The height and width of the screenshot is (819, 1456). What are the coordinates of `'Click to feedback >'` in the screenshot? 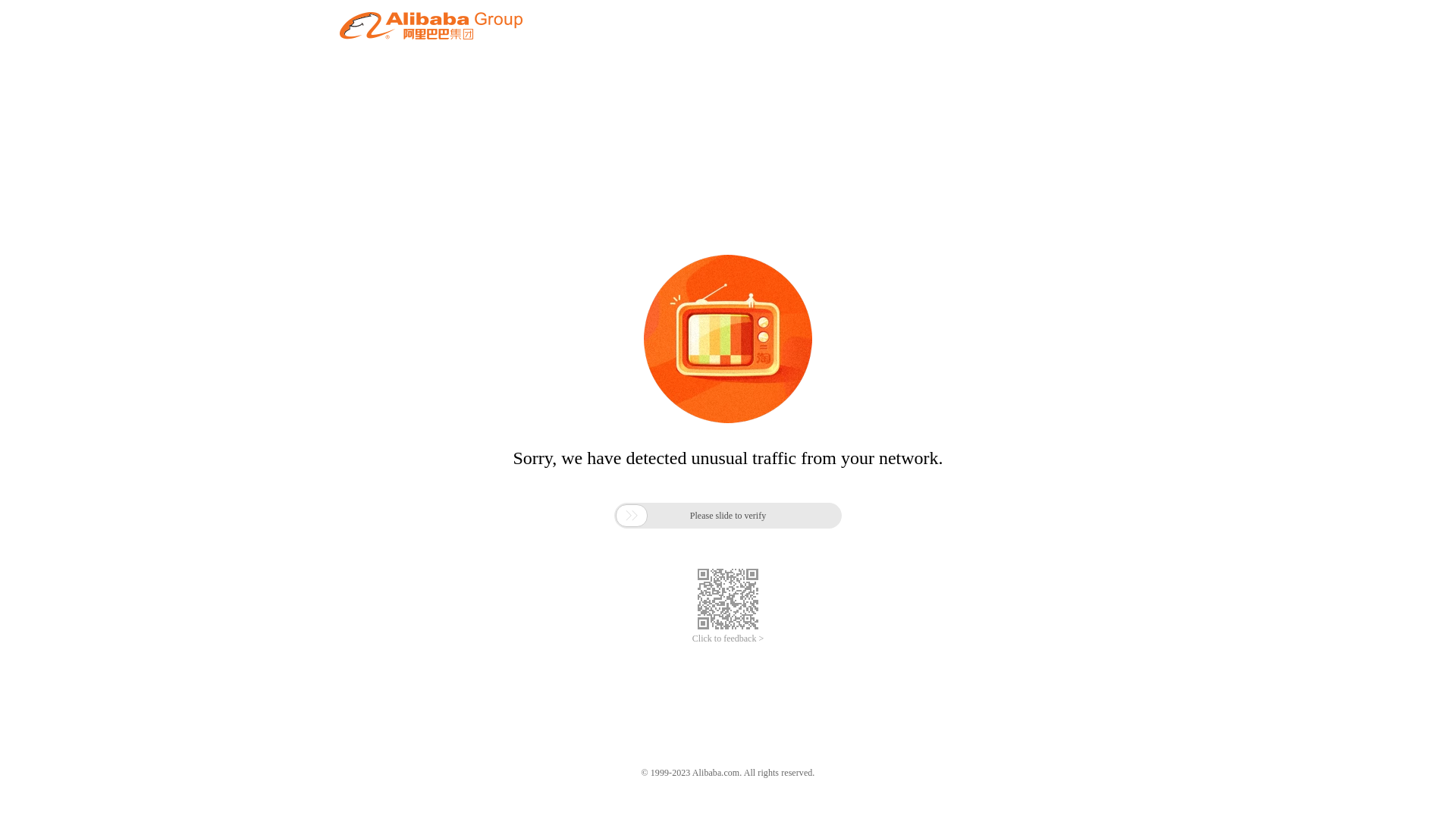 It's located at (728, 639).